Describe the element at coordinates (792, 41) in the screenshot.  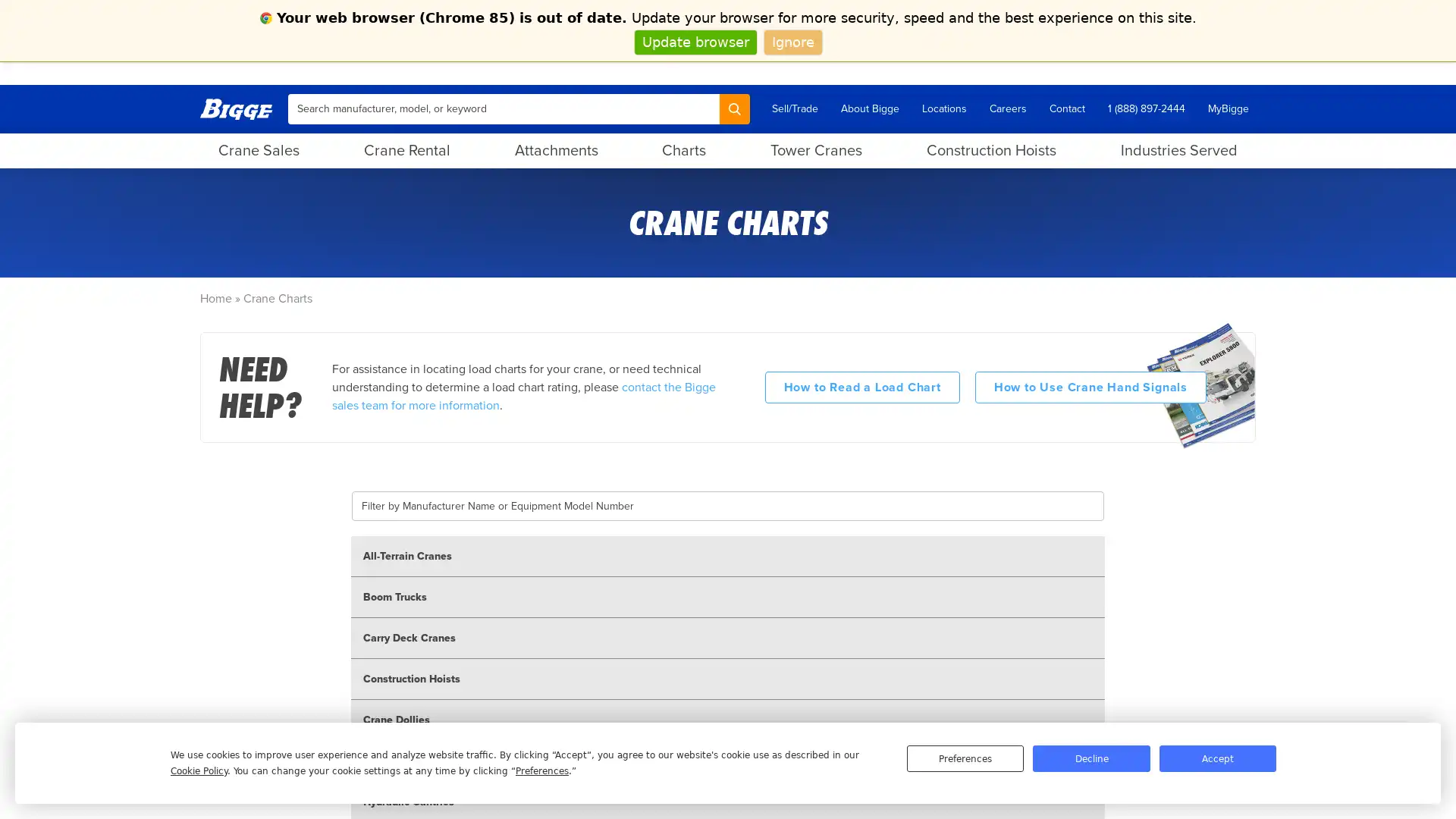
I see `Ignore` at that location.